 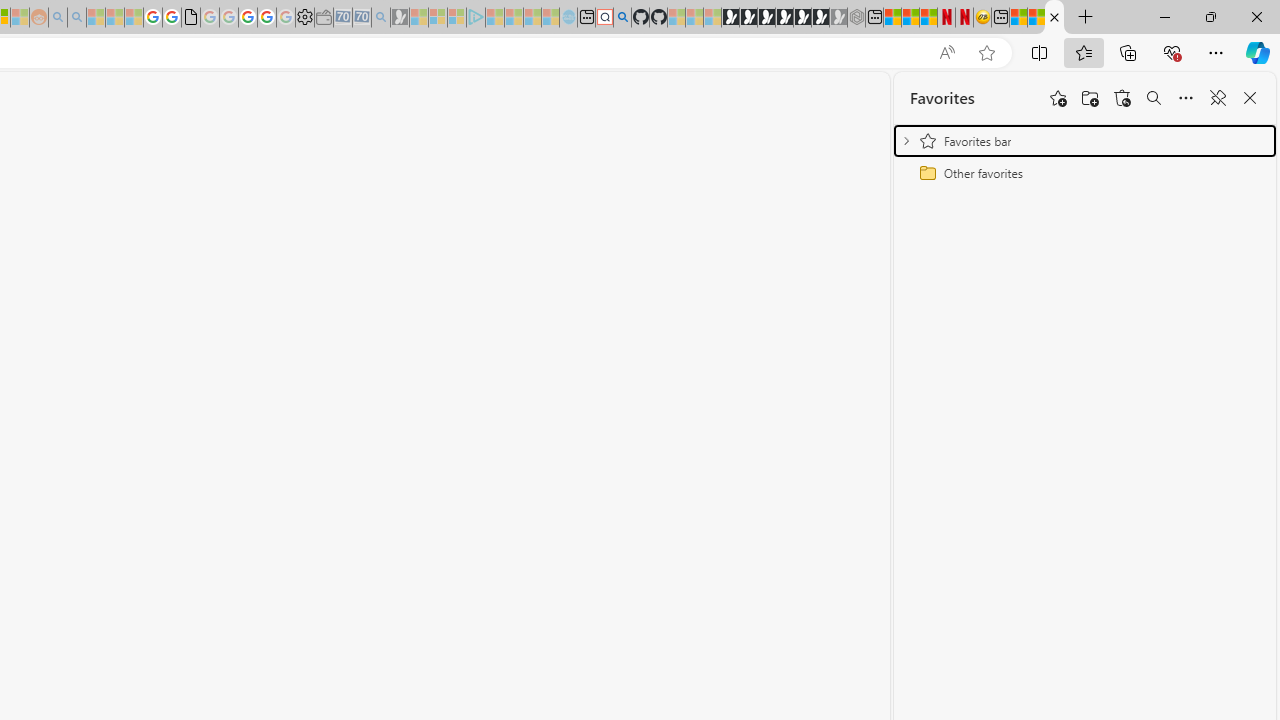 What do you see at coordinates (1088, 98) in the screenshot?
I see `'Add folder'` at bounding box center [1088, 98].